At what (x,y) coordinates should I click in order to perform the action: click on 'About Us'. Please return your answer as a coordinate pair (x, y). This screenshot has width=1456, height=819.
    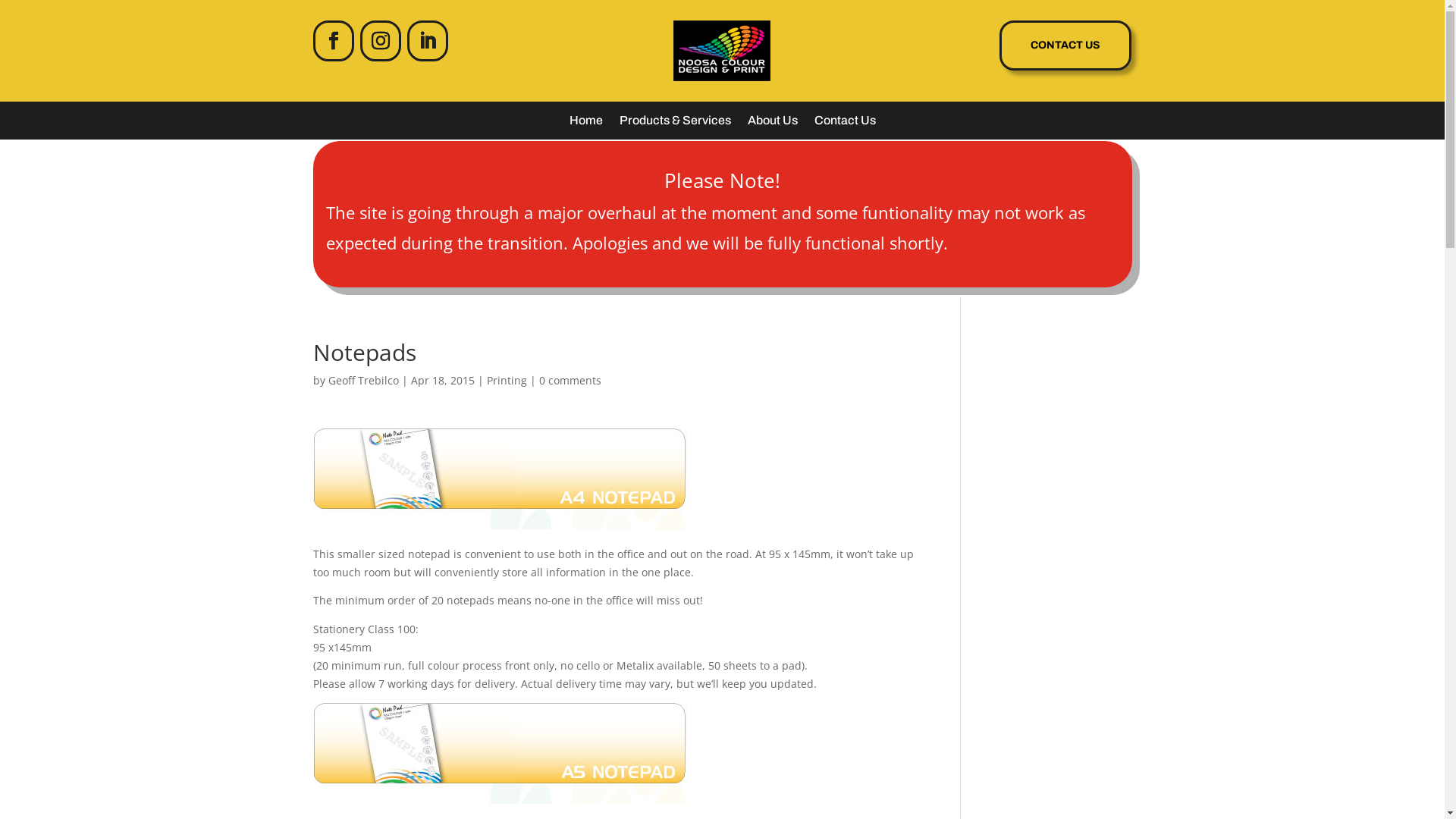
    Looking at the image, I should click on (747, 122).